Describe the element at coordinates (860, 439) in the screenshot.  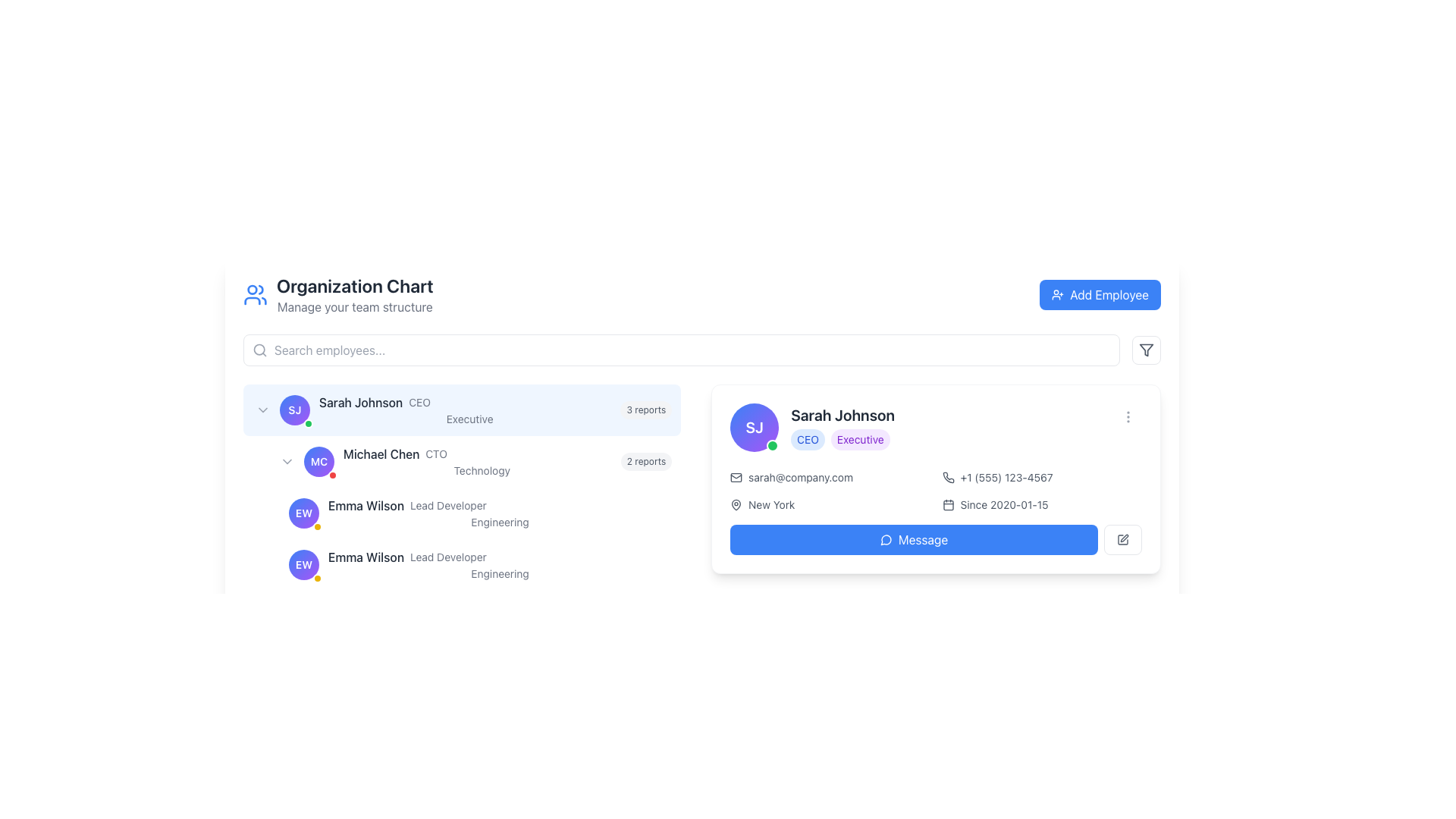
I see `the badge-style label displaying 'Executive' in purple font on a light purple background, located to the right of the 'CEO' label` at that location.